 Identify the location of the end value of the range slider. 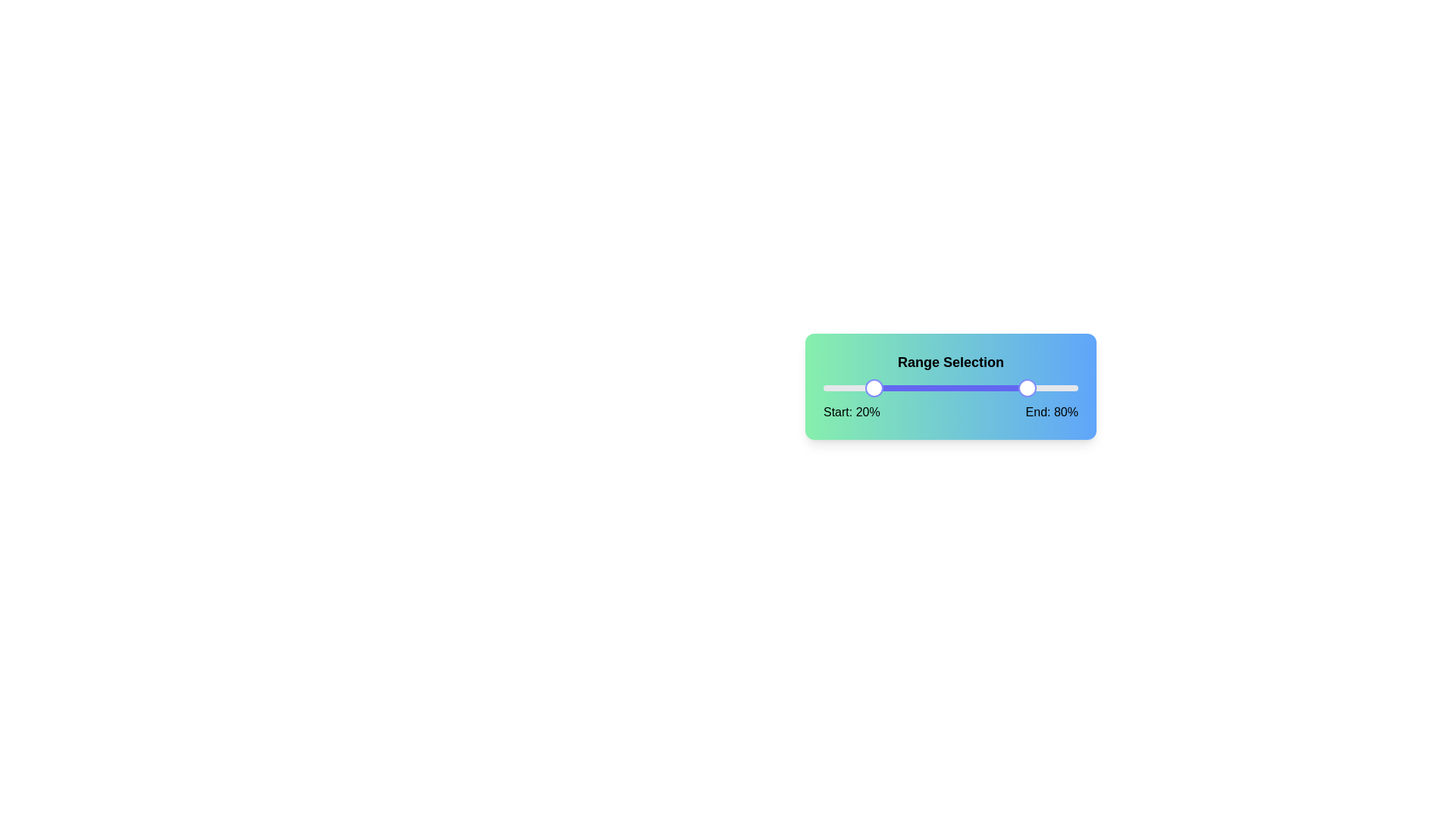
(994, 388).